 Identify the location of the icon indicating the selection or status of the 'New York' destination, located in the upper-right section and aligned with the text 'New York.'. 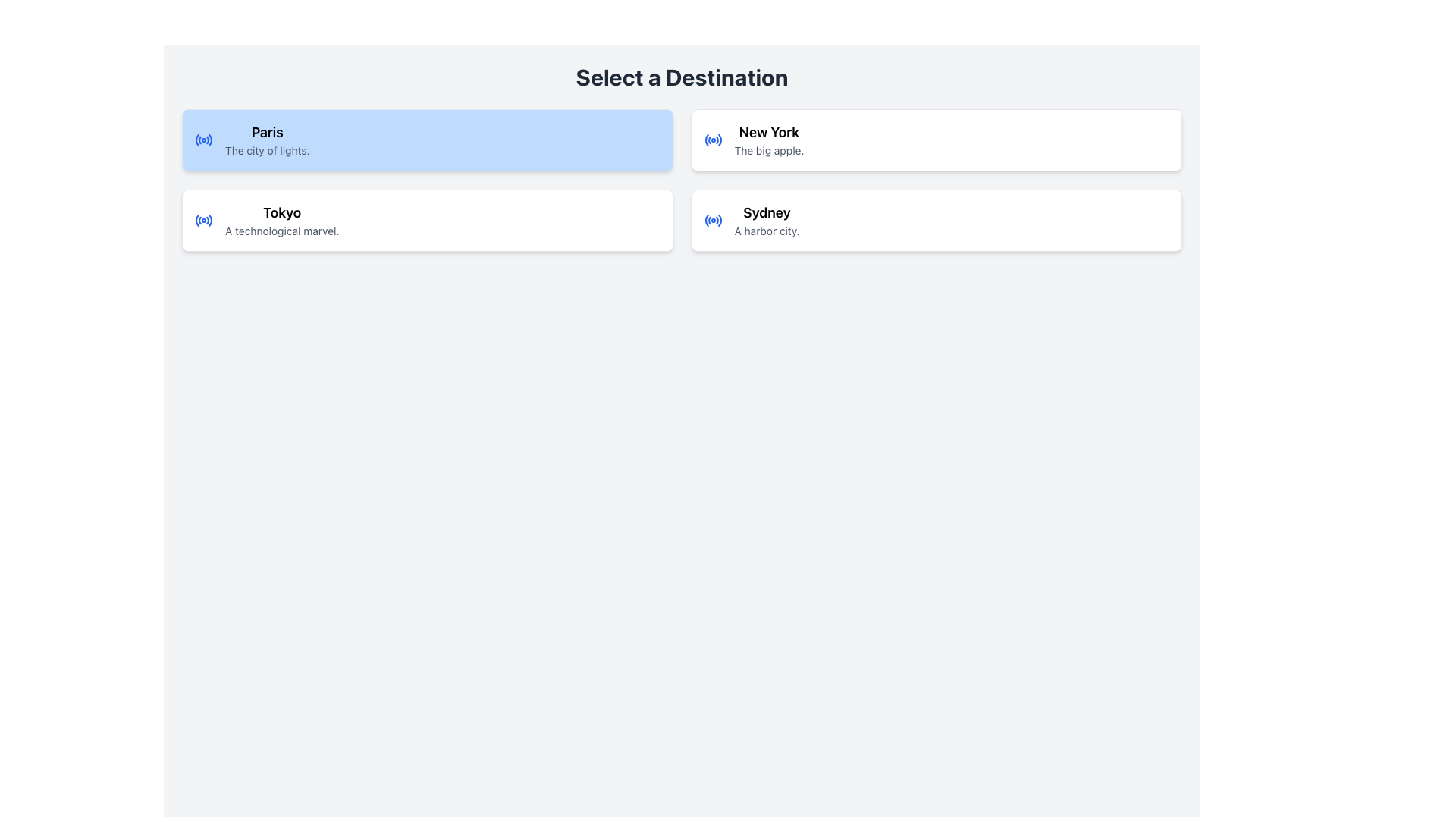
(712, 140).